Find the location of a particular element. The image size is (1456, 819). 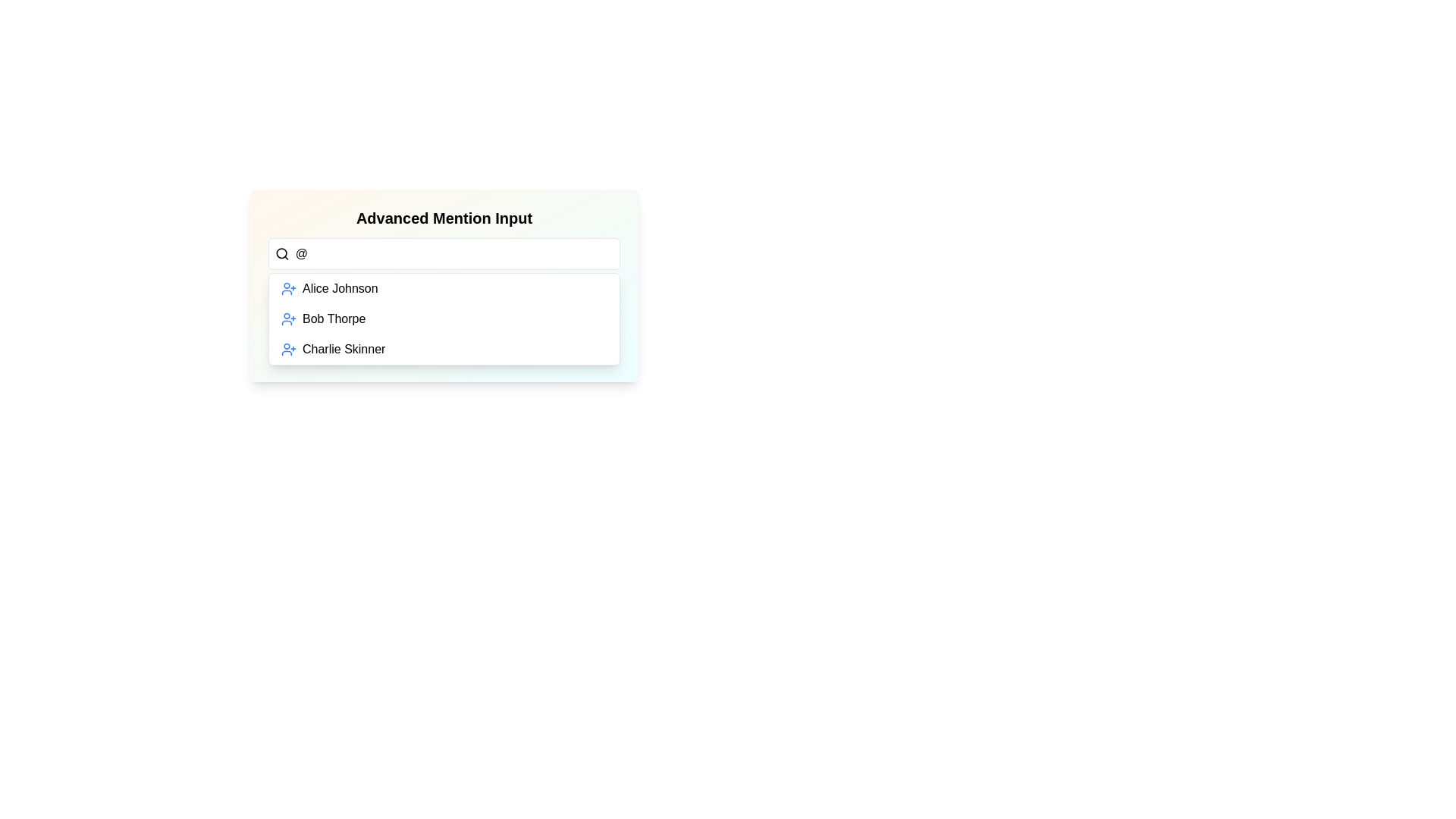

the first item in the dropdown menu labeled 'Alice Johnson' is located at coordinates (443, 289).